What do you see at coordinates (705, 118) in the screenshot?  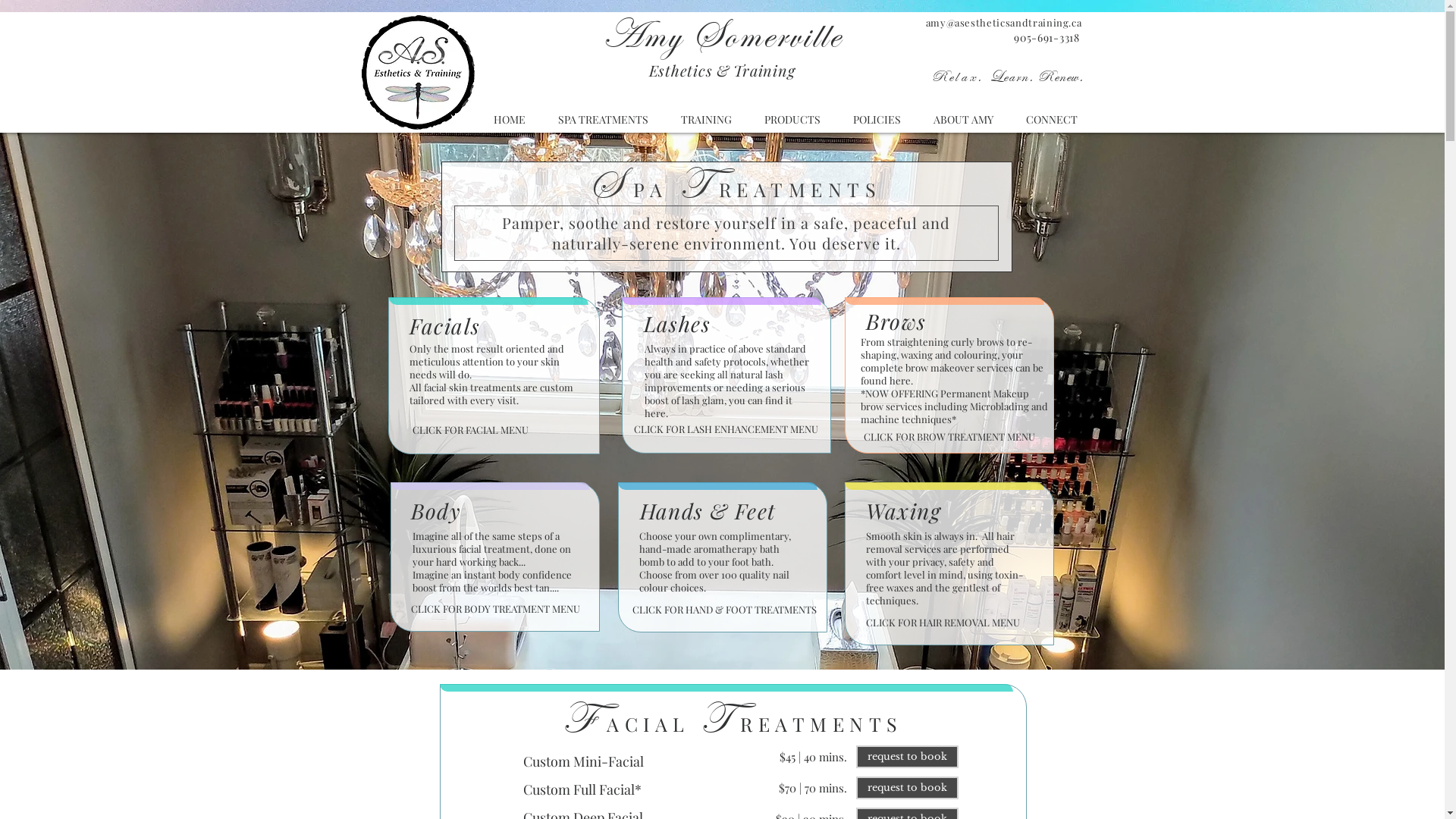 I see `'TRAINING'` at bounding box center [705, 118].